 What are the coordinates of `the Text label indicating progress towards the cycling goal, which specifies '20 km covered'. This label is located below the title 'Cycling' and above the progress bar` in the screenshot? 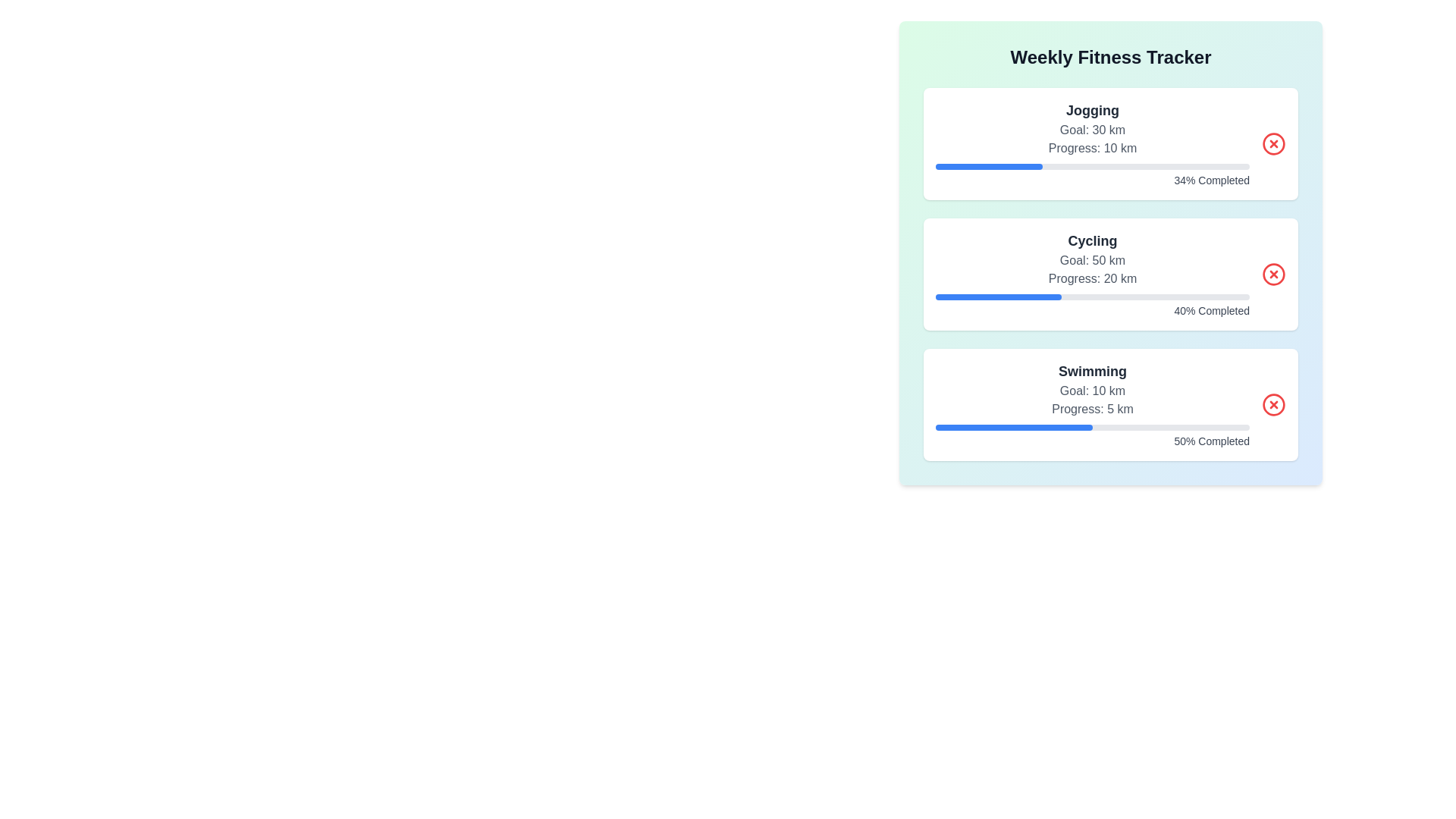 It's located at (1092, 278).